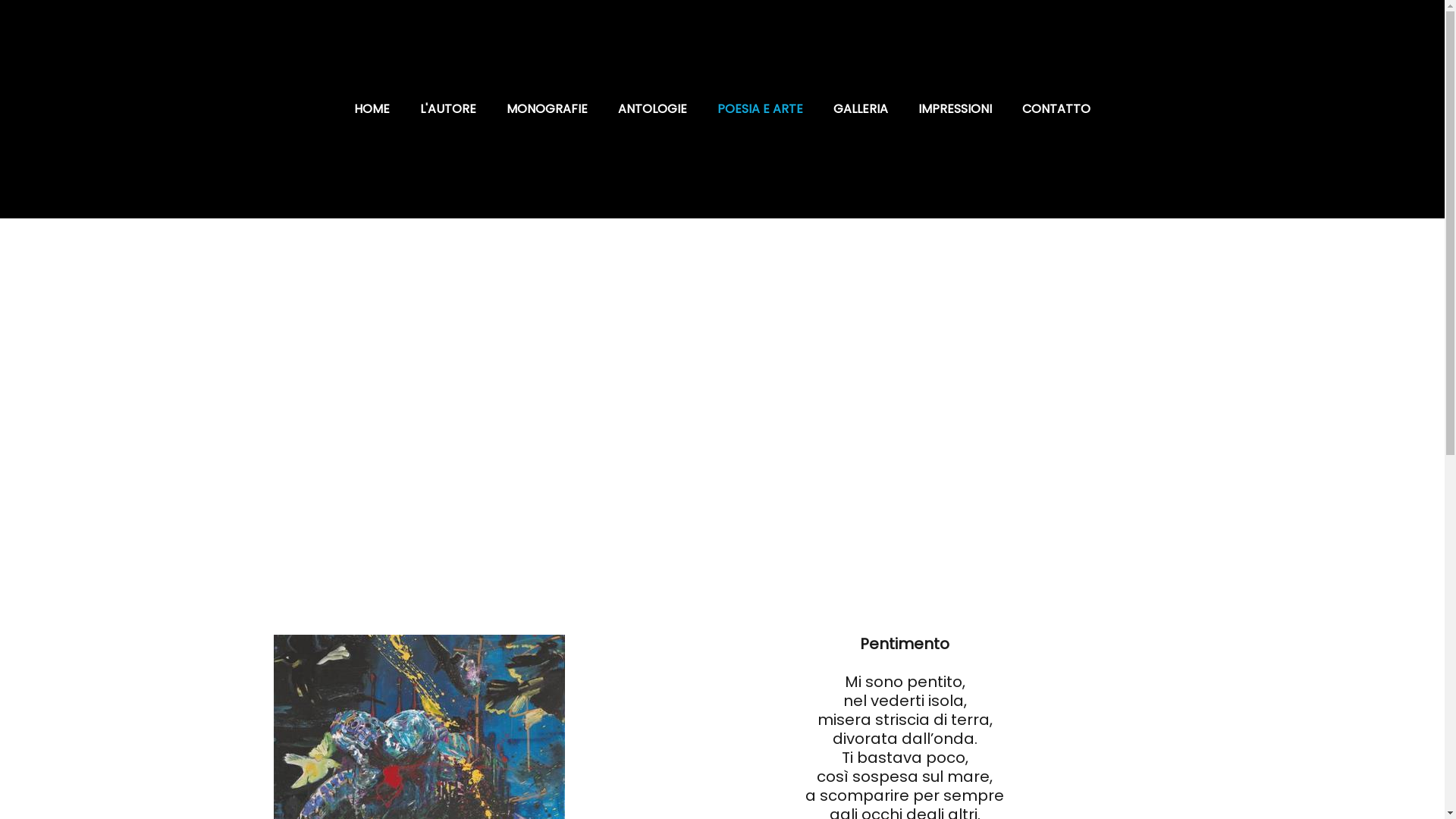 This screenshot has width=1456, height=819. Describe the element at coordinates (372, 108) in the screenshot. I see `'HOME'` at that location.